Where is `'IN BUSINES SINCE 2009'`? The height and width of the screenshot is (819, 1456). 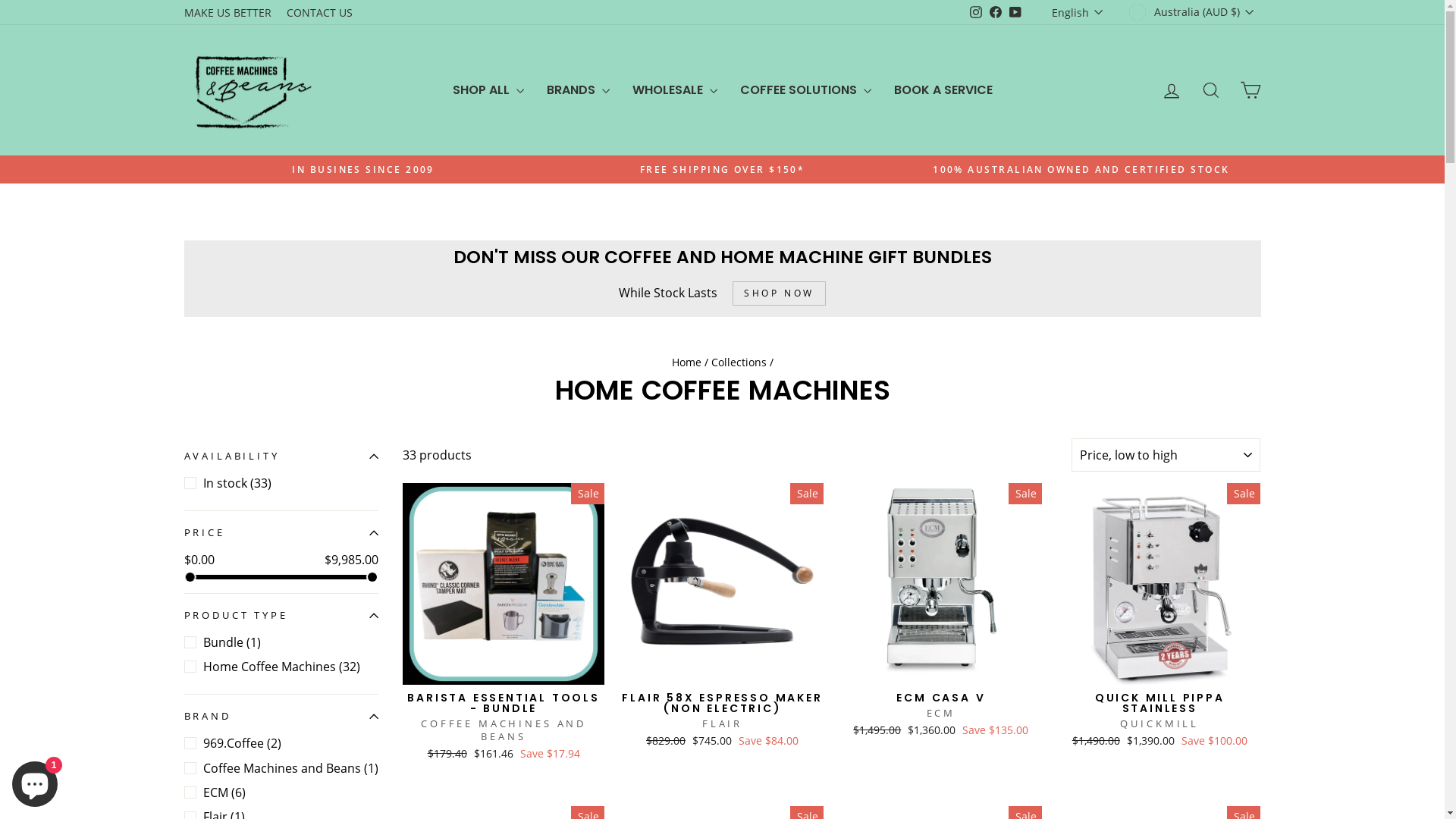
'IN BUSINES SINCE 2009' is located at coordinates (362, 169).